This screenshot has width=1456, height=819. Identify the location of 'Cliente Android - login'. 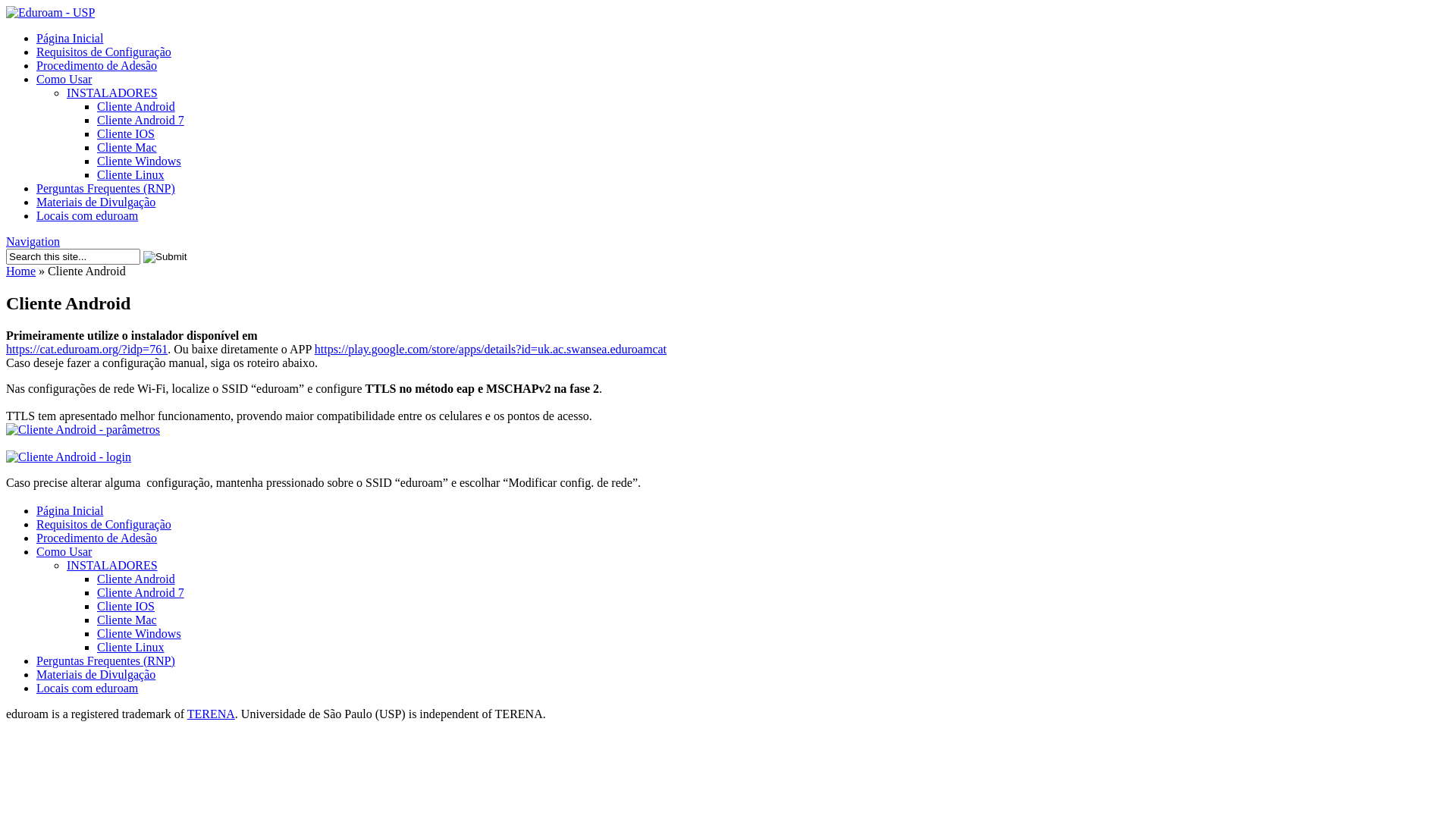
(67, 456).